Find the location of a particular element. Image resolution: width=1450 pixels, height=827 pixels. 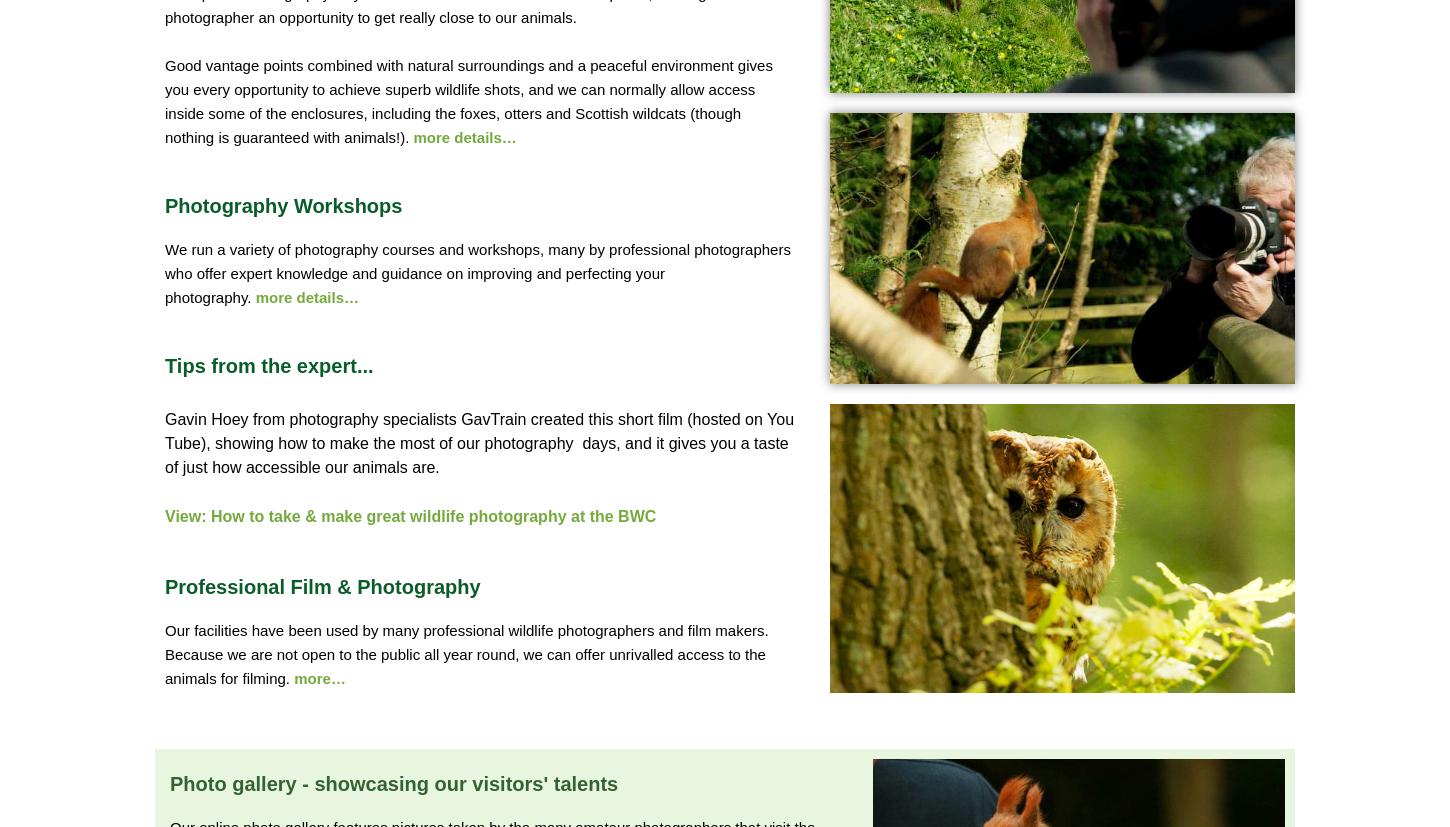

'Photo gallery - showcasing our visitors' talents' is located at coordinates (392, 783).